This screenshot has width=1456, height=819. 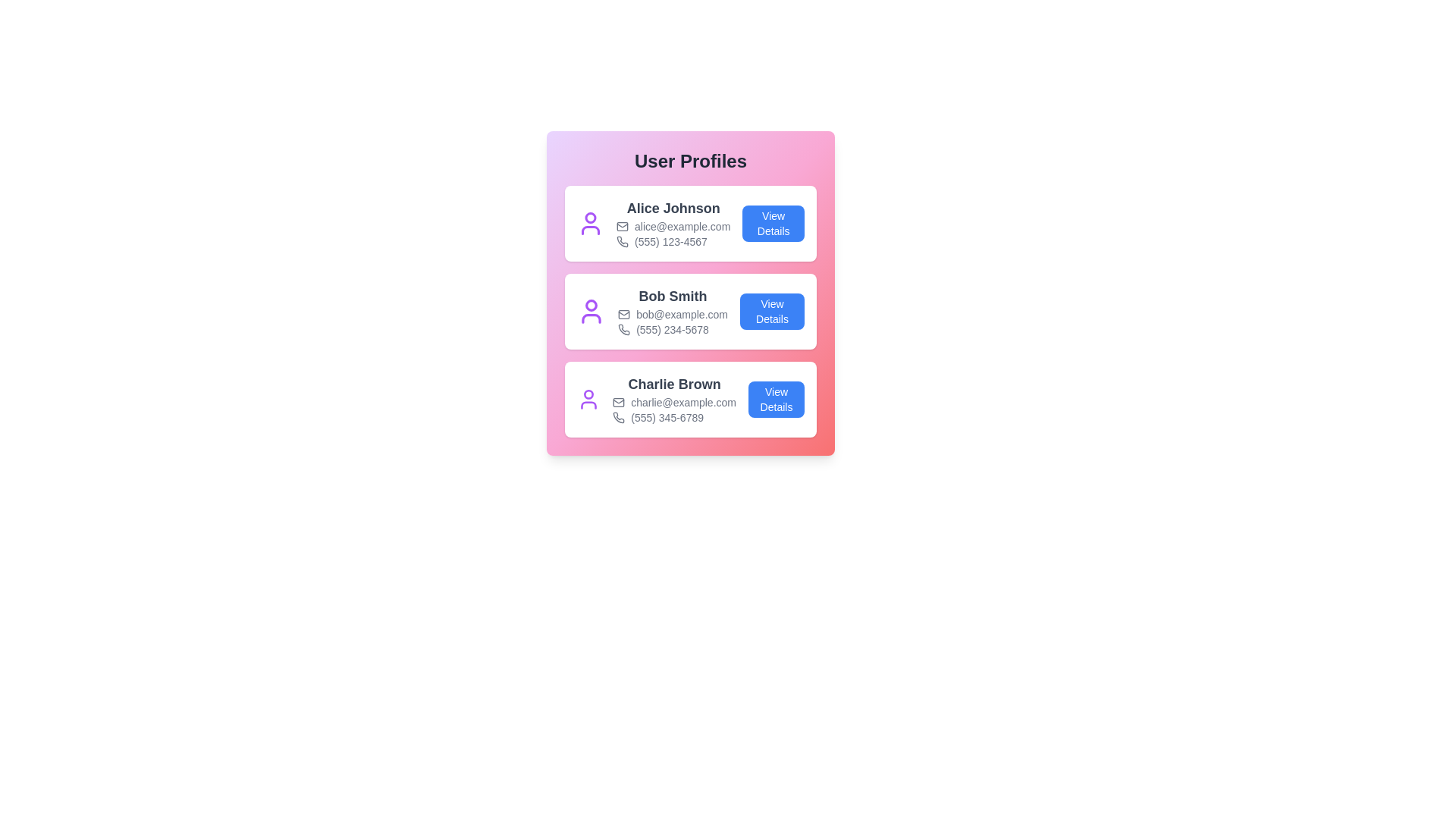 I want to click on the phone icon for the user Bob Smith, so click(x=623, y=329).